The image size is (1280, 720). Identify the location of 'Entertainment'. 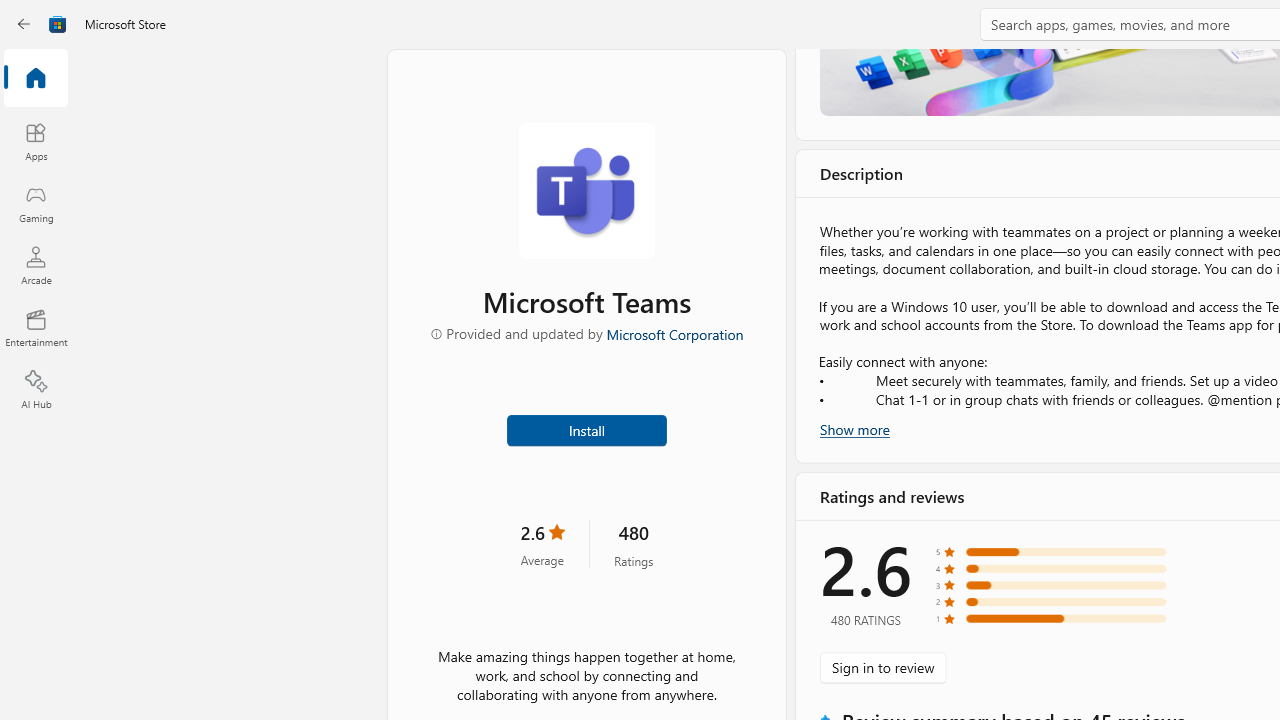
(35, 326).